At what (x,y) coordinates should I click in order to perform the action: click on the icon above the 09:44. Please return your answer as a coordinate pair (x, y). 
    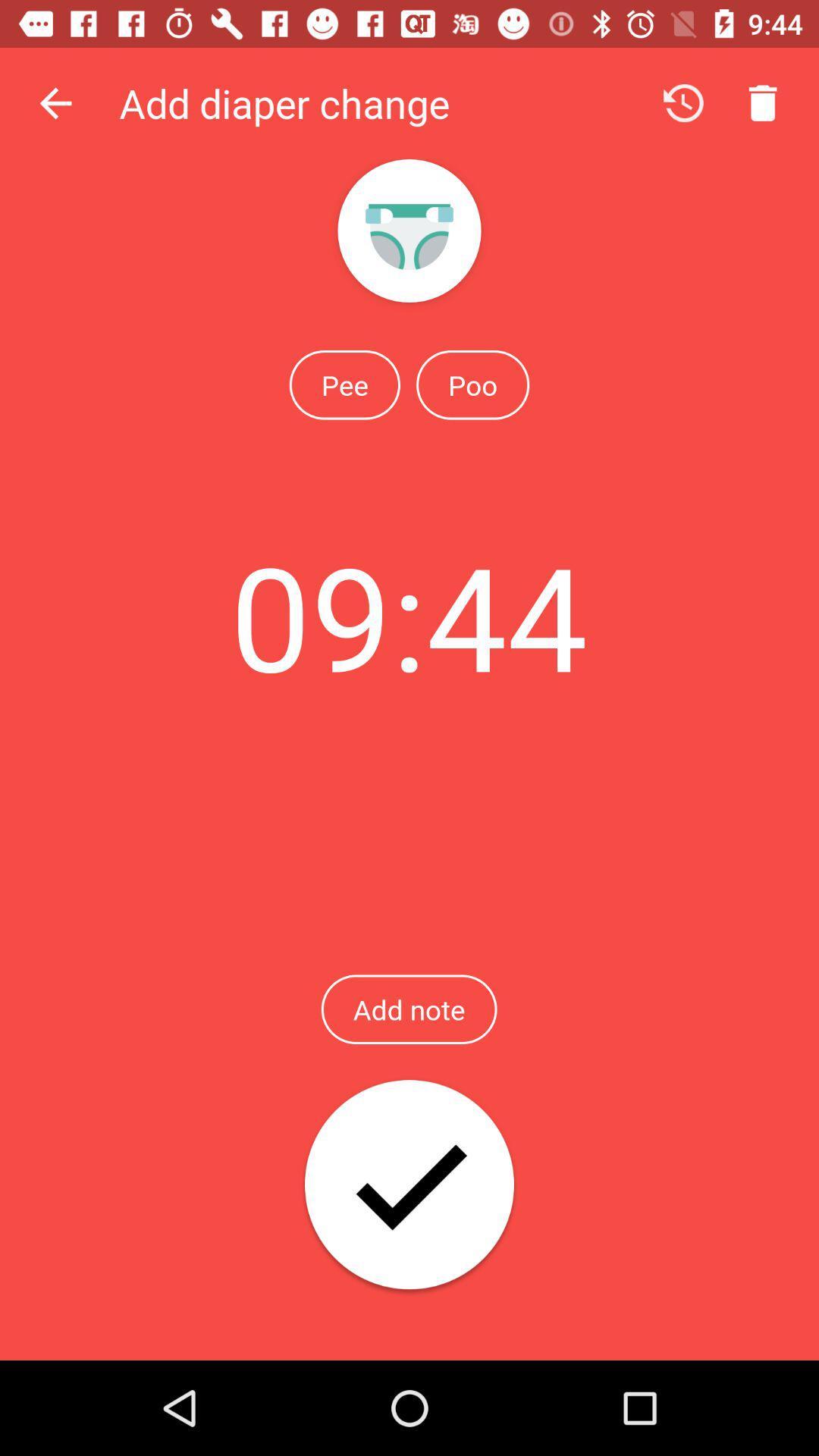
    Looking at the image, I should click on (472, 384).